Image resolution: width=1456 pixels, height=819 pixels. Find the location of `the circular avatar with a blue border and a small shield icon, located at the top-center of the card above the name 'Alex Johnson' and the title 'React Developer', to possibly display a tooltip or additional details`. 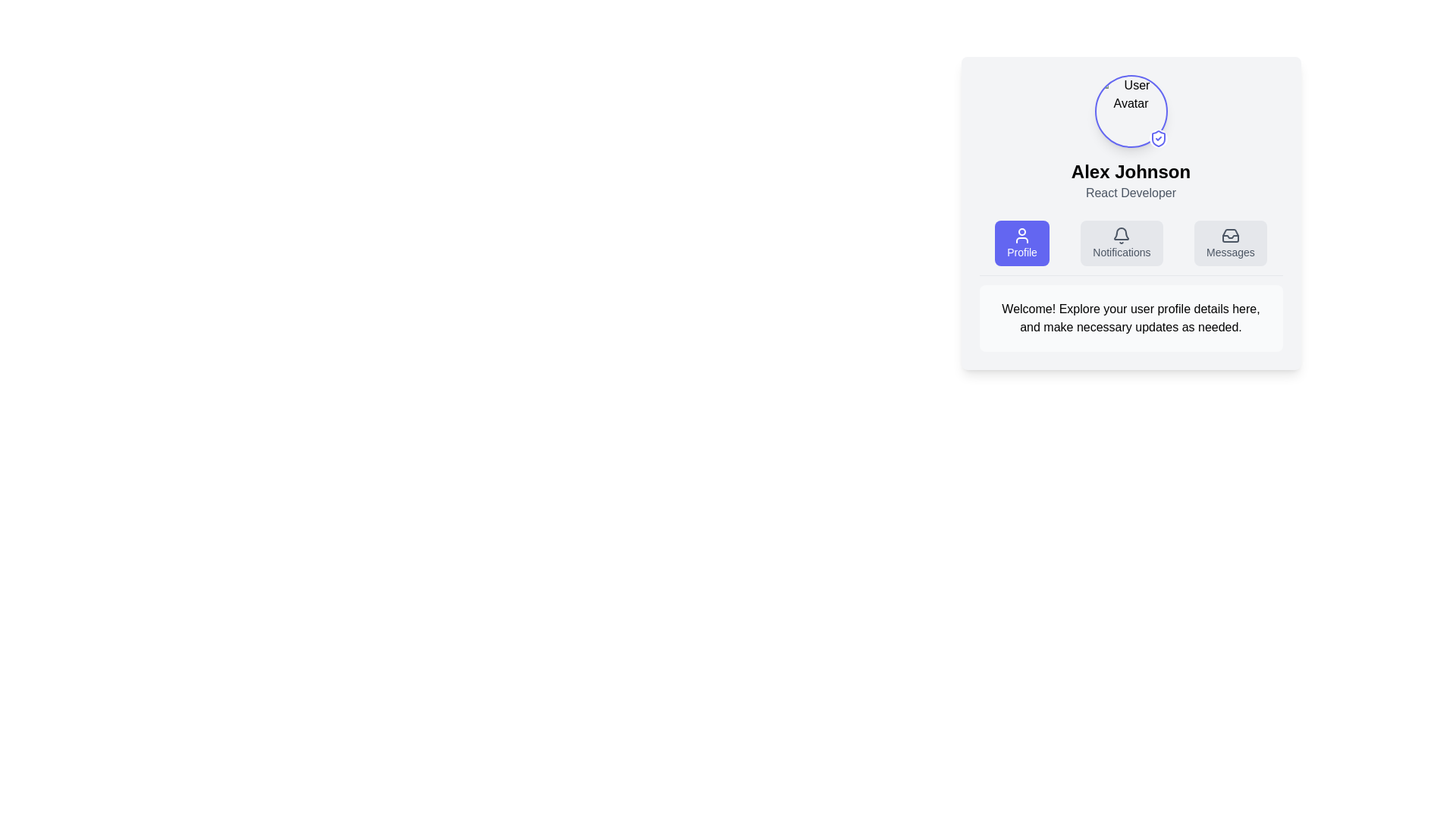

the circular avatar with a blue border and a small shield icon, located at the top-center of the card above the name 'Alex Johnson' and the title 'React Developer', to possibly display a tooltip or additional details is located at coordinates (1131, 110).